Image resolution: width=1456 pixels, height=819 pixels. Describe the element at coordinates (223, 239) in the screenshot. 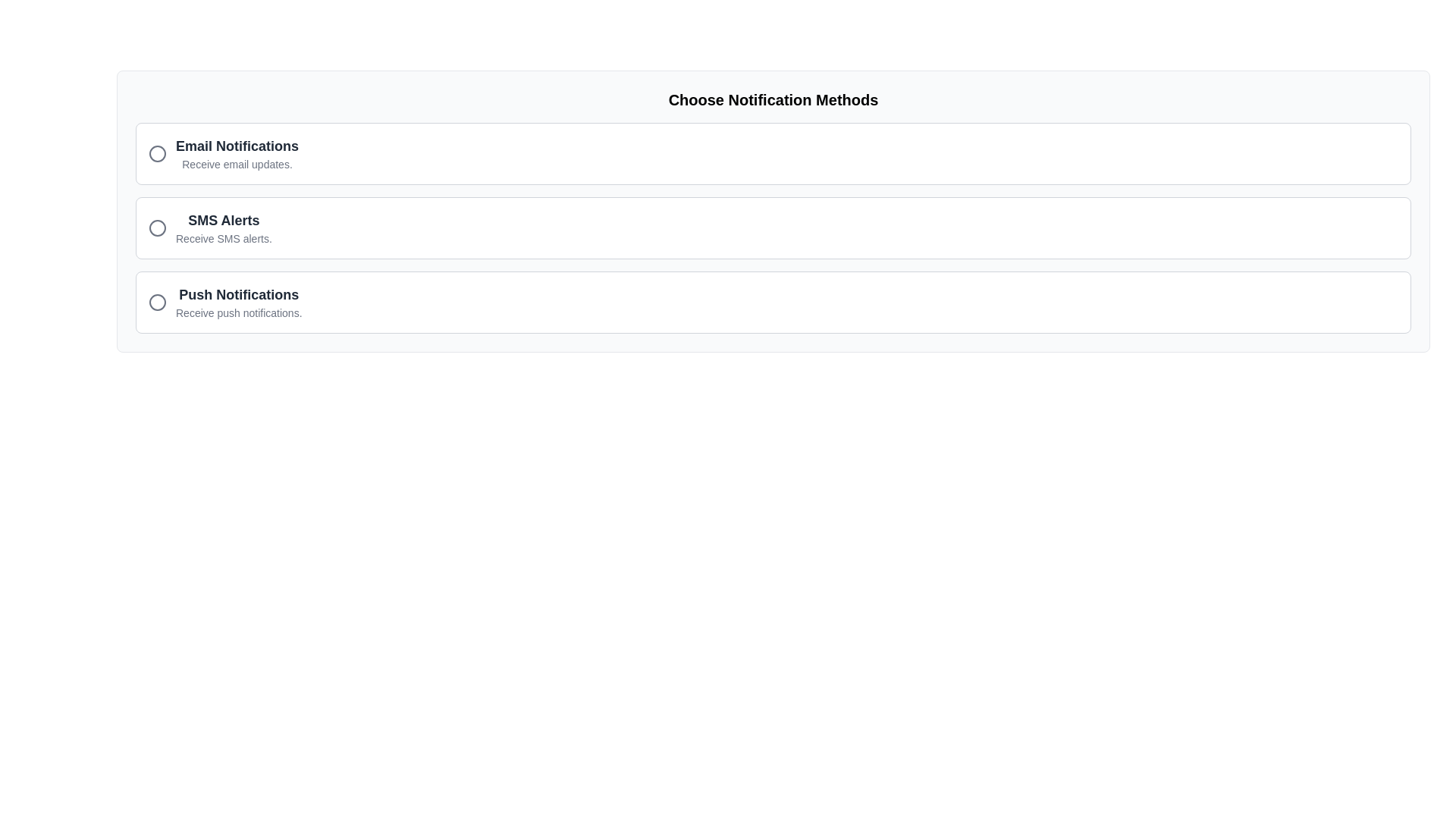

I see `the descriptive label providing additional information about the 'SMS Alerts' notification option, which is located directly below the title 'SMS Alerts' in the options panel` at that location.